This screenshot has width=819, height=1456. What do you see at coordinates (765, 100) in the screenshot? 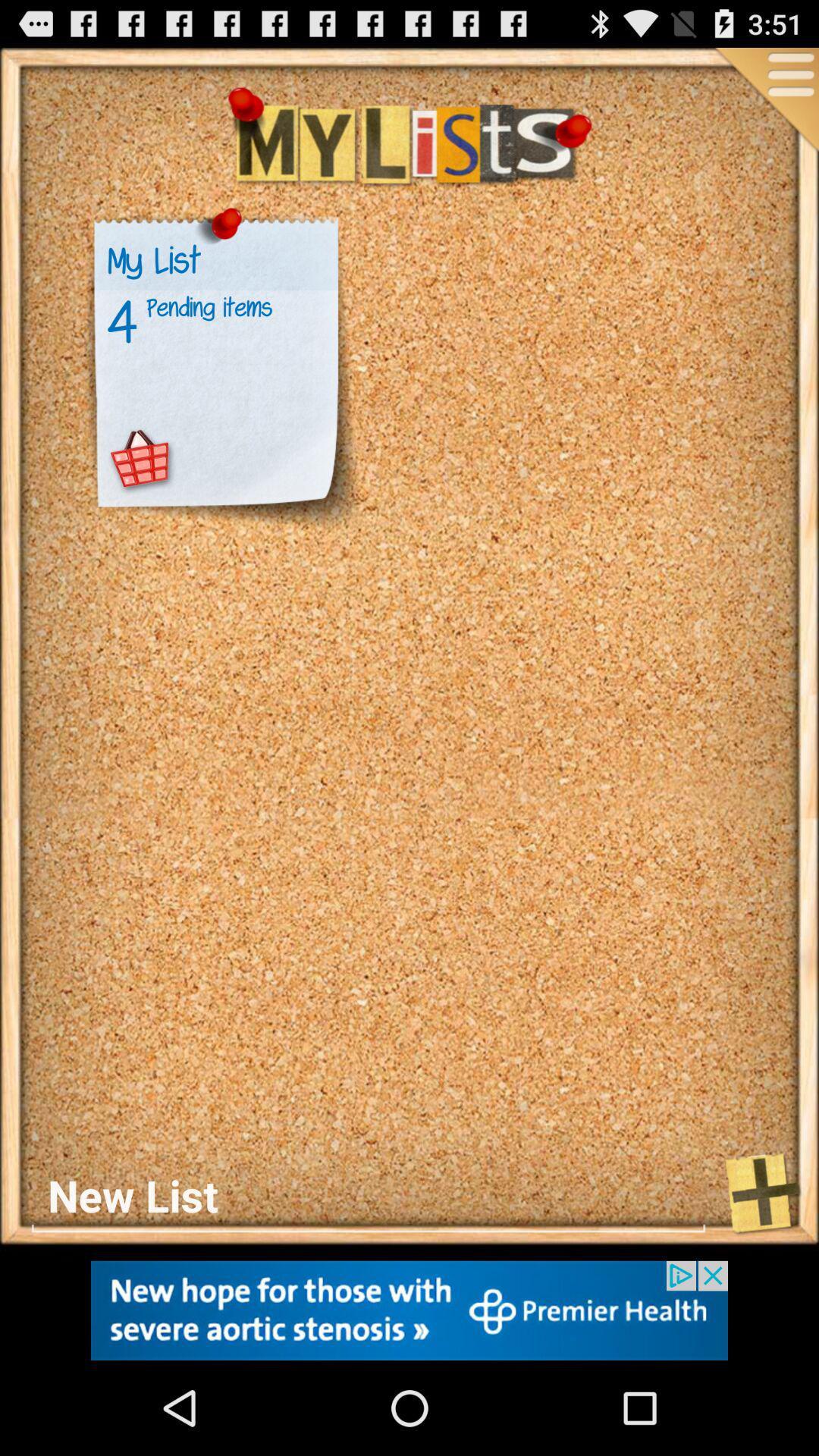
I see `more details` at bounding box center [765, 100].